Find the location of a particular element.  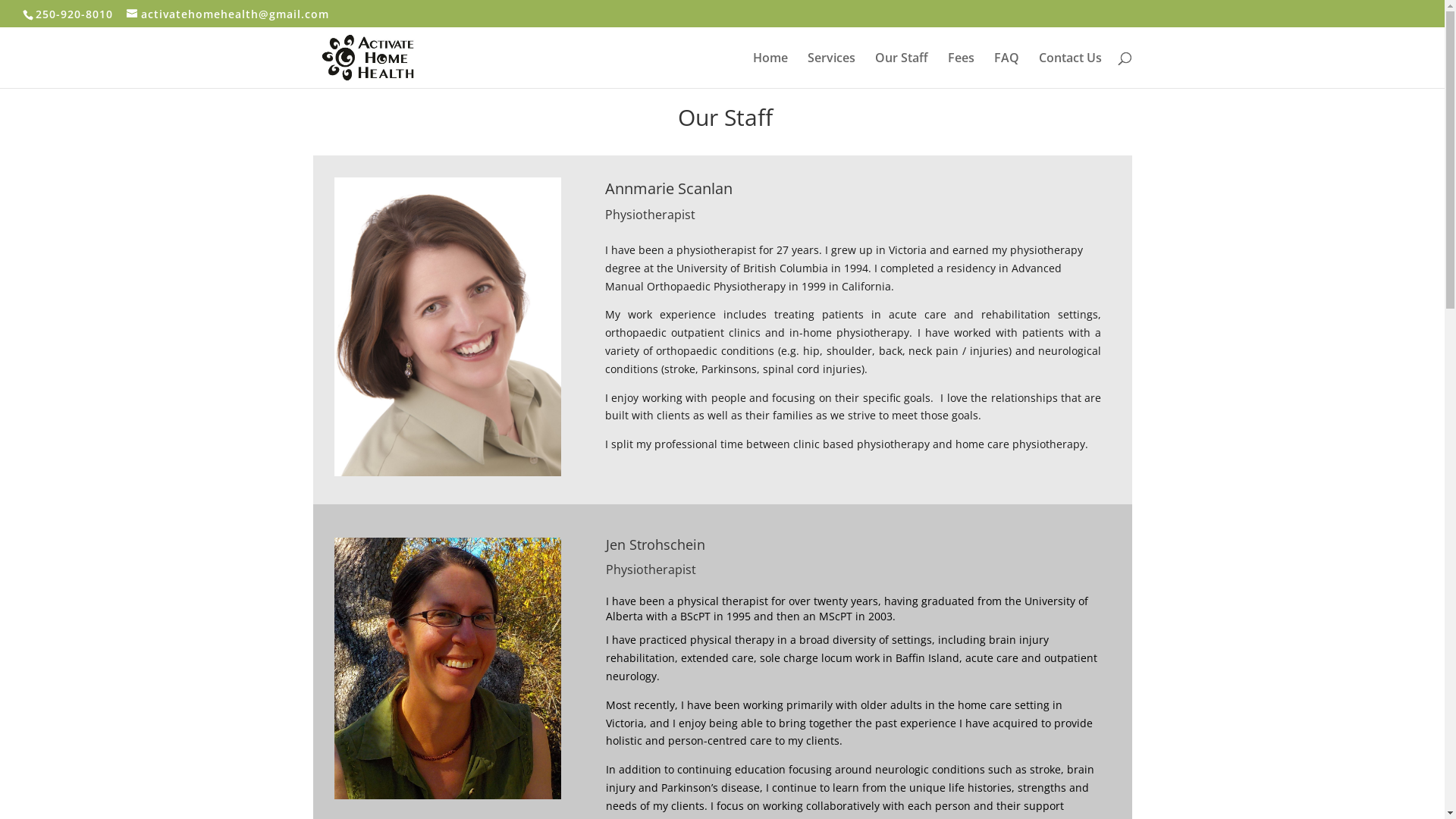

'FAQ' is located at coordinates (993, 70).